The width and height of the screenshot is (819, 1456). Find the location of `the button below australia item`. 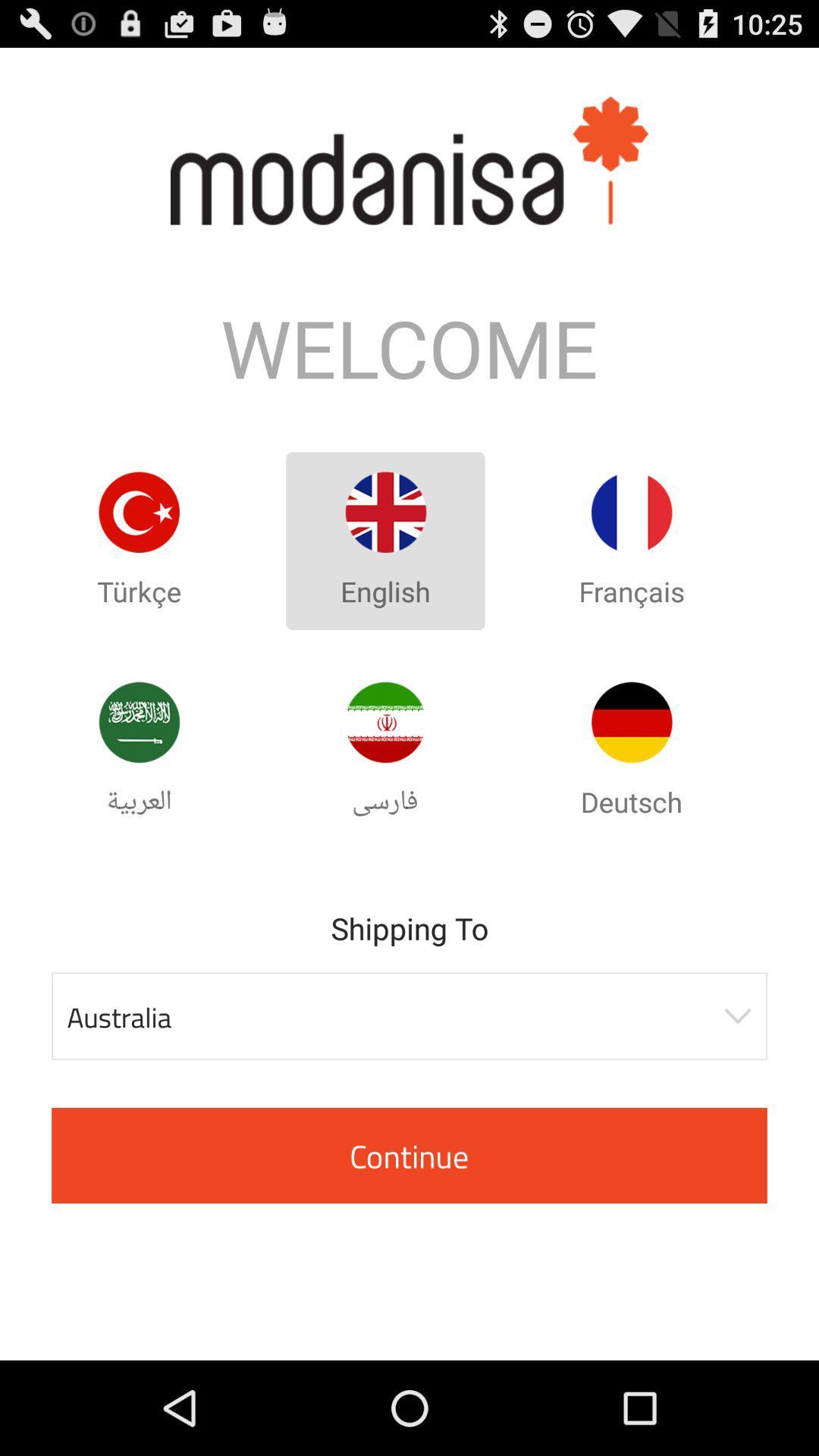

the button below australia item is located at coordinates (409, 1155).